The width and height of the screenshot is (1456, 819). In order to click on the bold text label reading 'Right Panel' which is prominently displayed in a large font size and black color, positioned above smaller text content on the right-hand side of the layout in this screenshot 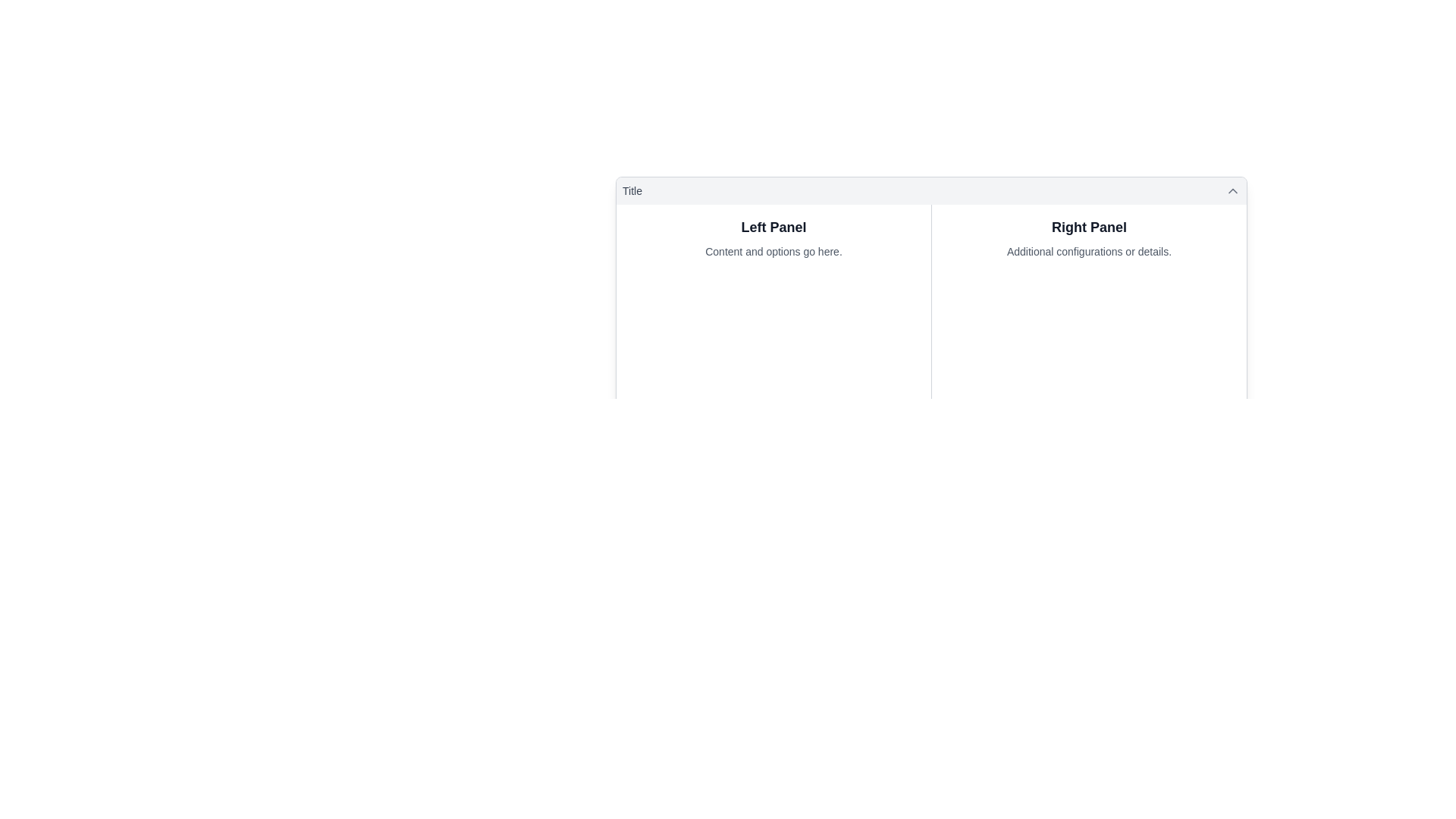, I will do `click(1088, 227)`.